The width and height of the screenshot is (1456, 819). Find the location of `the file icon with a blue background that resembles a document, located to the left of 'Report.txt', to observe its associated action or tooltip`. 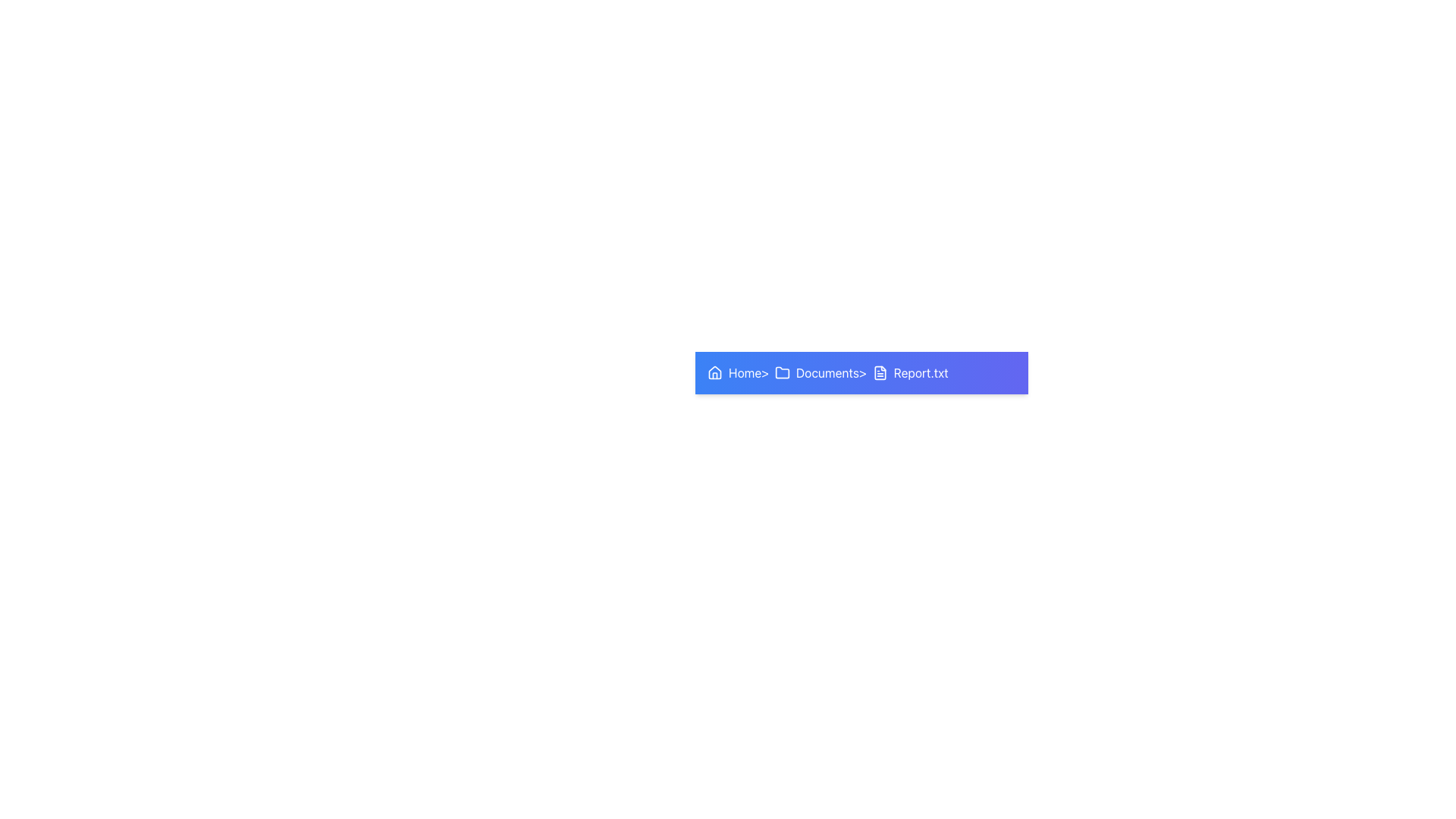

the file icon with a blue background that resembles a document, located to the left of 'Report.txt', to observe its associated action or tooltip is located at coordinates (880, 373).